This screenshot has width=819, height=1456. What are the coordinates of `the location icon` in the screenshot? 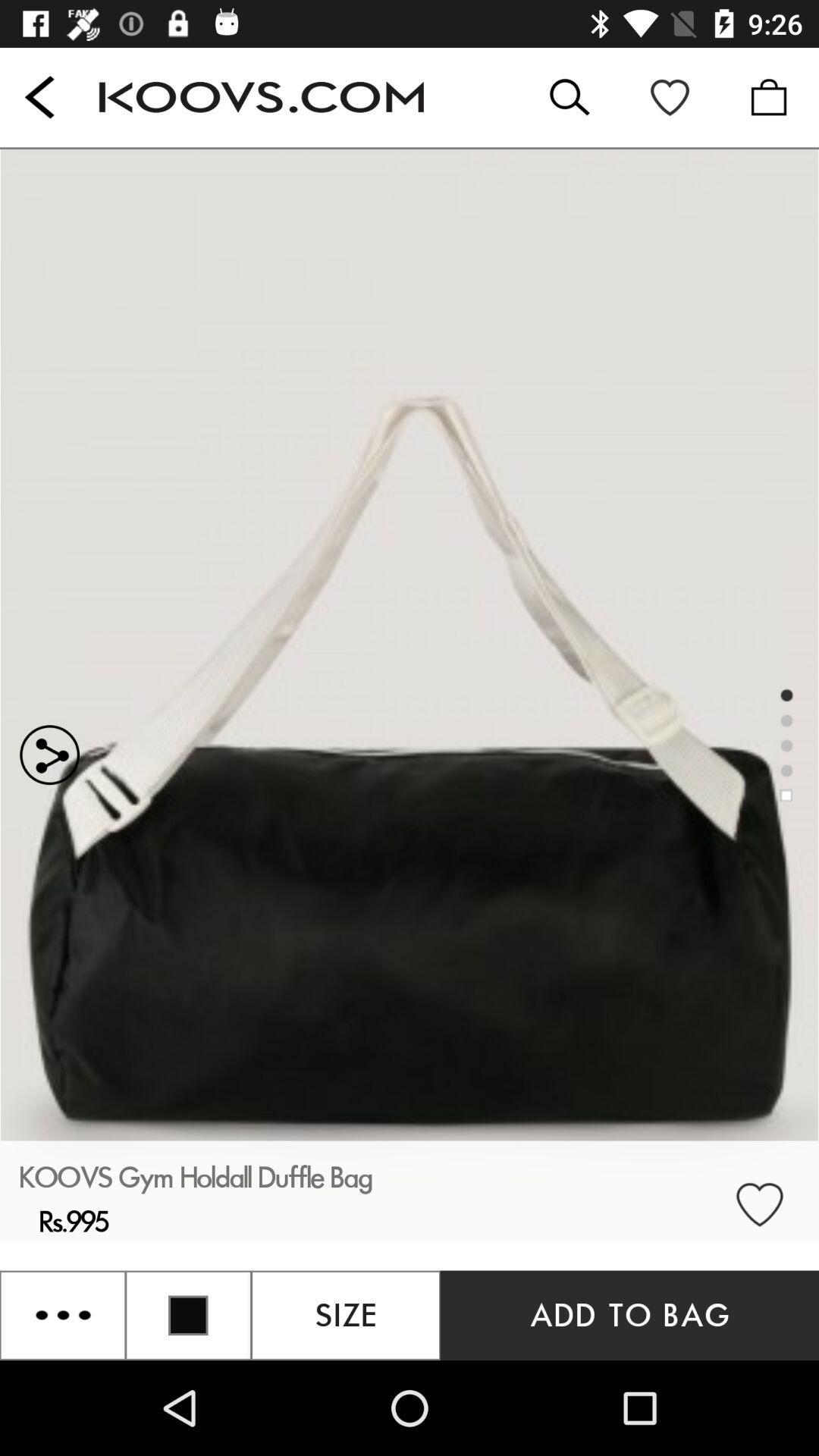 It's located at (187, 1314).